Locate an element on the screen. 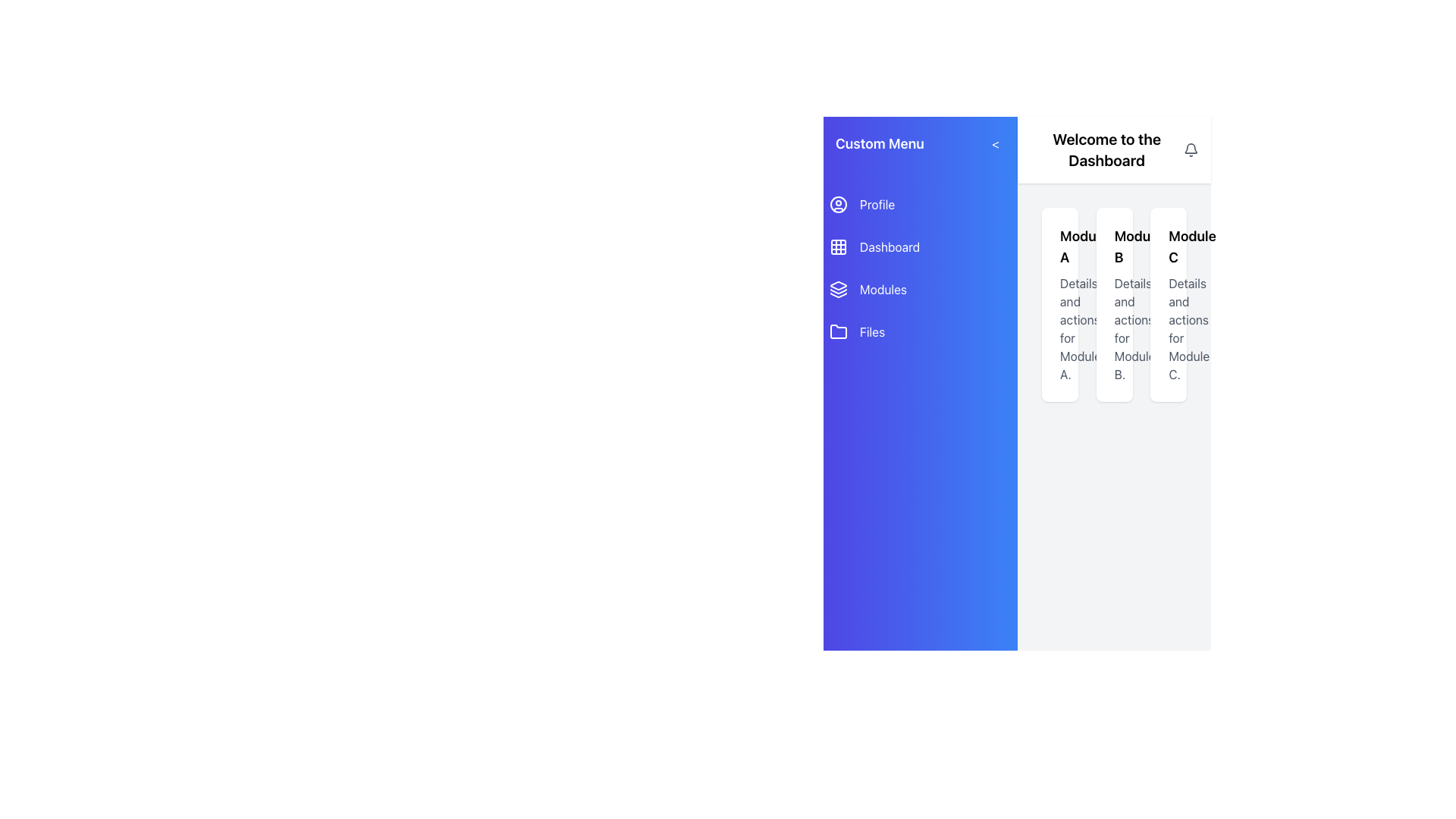 This screenshot has width=1456, height=819. the fourth button in the vertical menu under 'Custom Menu', located between 'Modules' and the bottom margin of the sidebar is located at coordinates (920, 331).